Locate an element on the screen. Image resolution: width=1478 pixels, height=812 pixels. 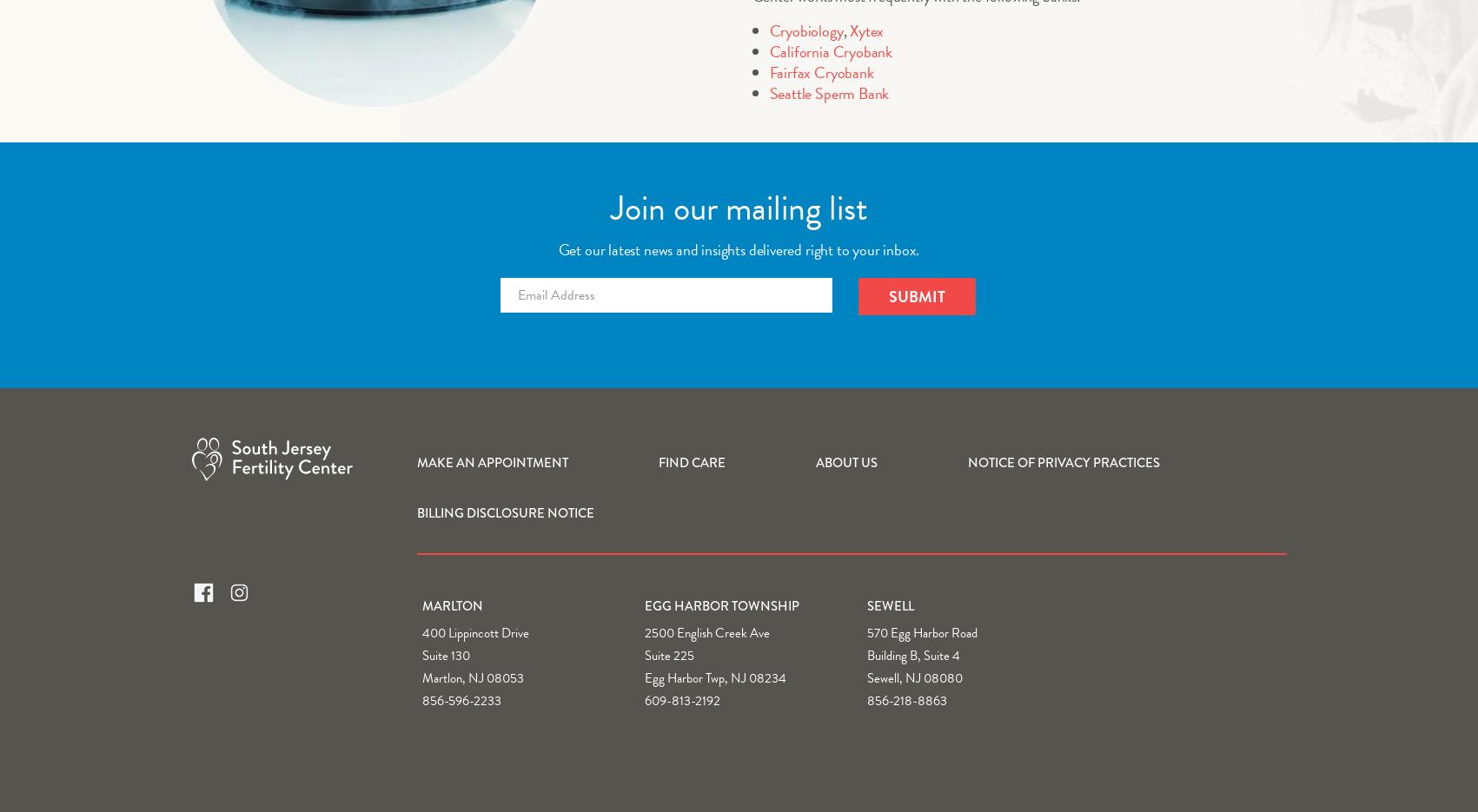
'Martlon, NJ 08053' is located at coordinates (472, 676).